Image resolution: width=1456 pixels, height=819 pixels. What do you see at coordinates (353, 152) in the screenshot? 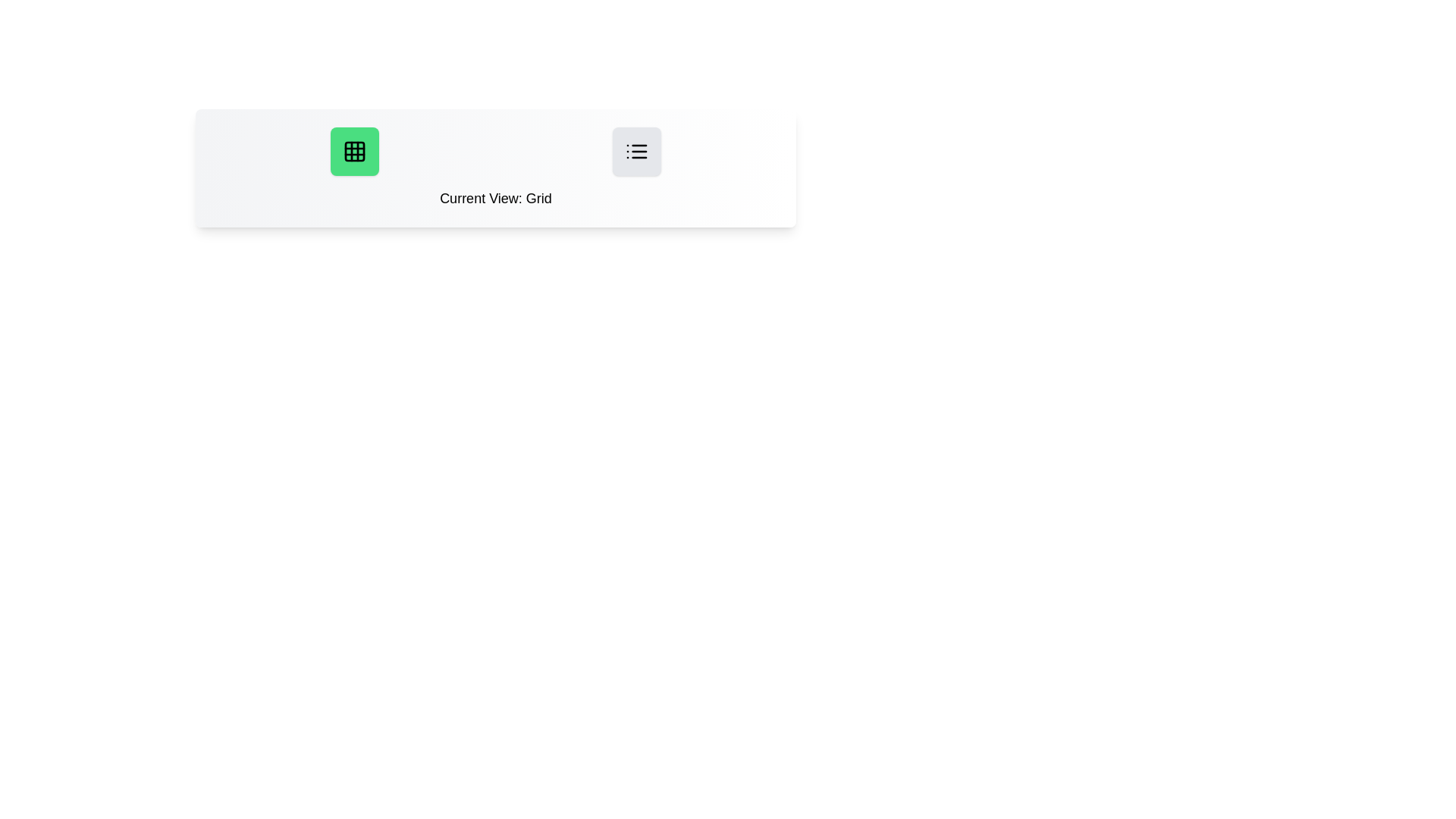
I see `the button labeled Grid to observe its hover effect` at bounding box center [353, 152].